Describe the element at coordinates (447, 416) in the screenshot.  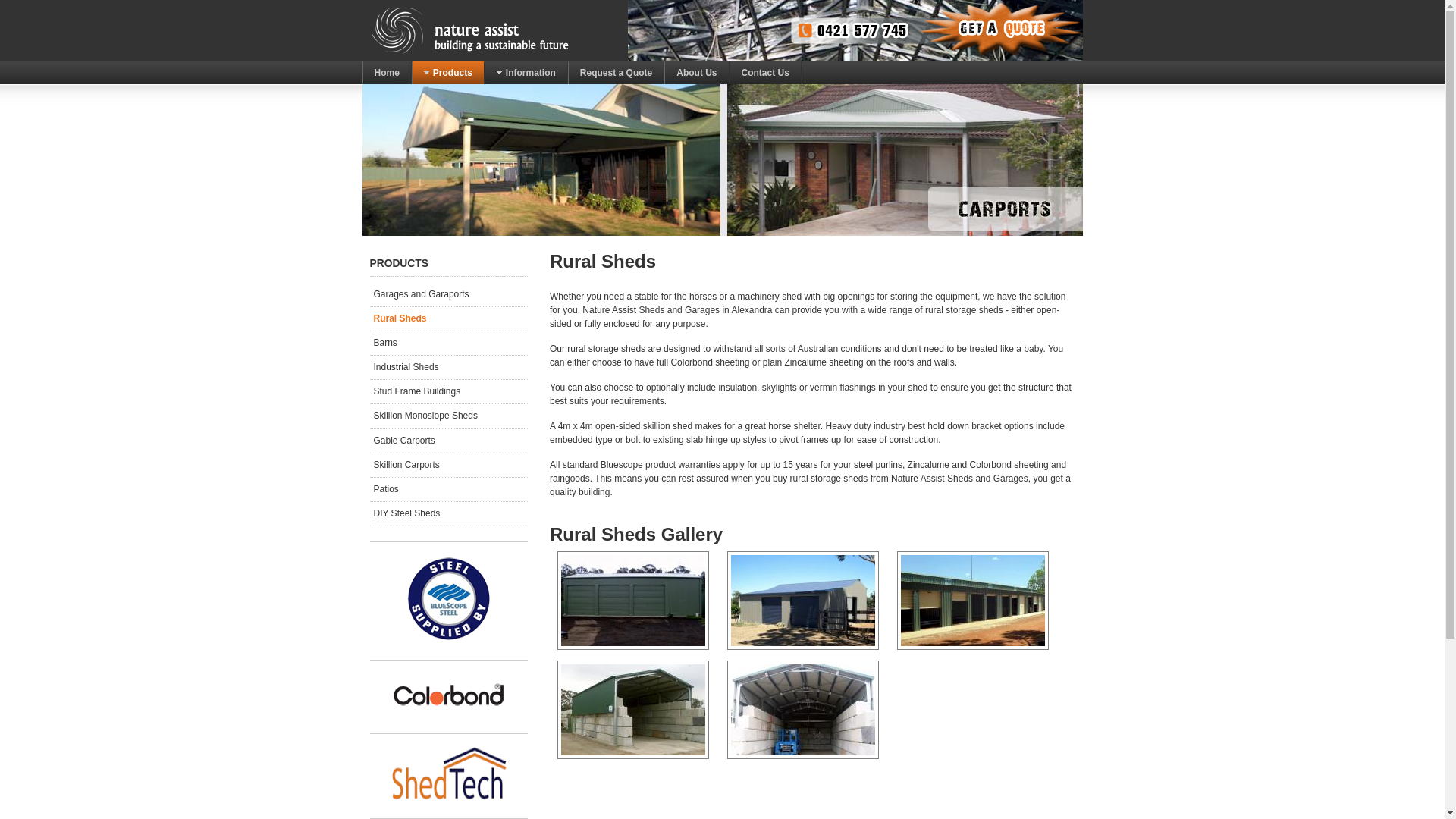
I see `'Skillion Monoslope Sheds'` at that location.